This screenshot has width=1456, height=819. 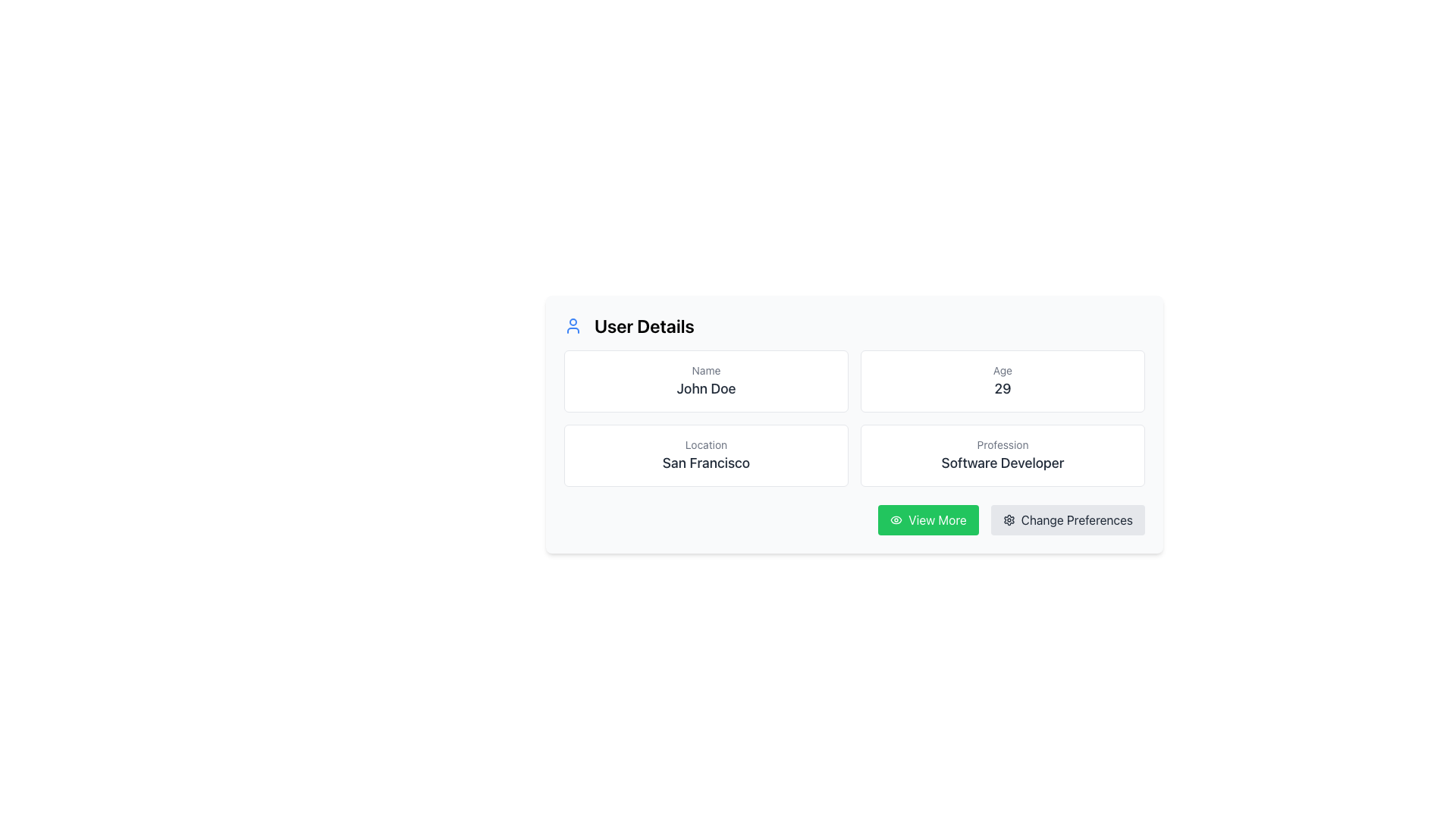 I want to click on the text label displaying 'John Doe' within the 'Name' card in the user details panel, so click(x=705, y=388).